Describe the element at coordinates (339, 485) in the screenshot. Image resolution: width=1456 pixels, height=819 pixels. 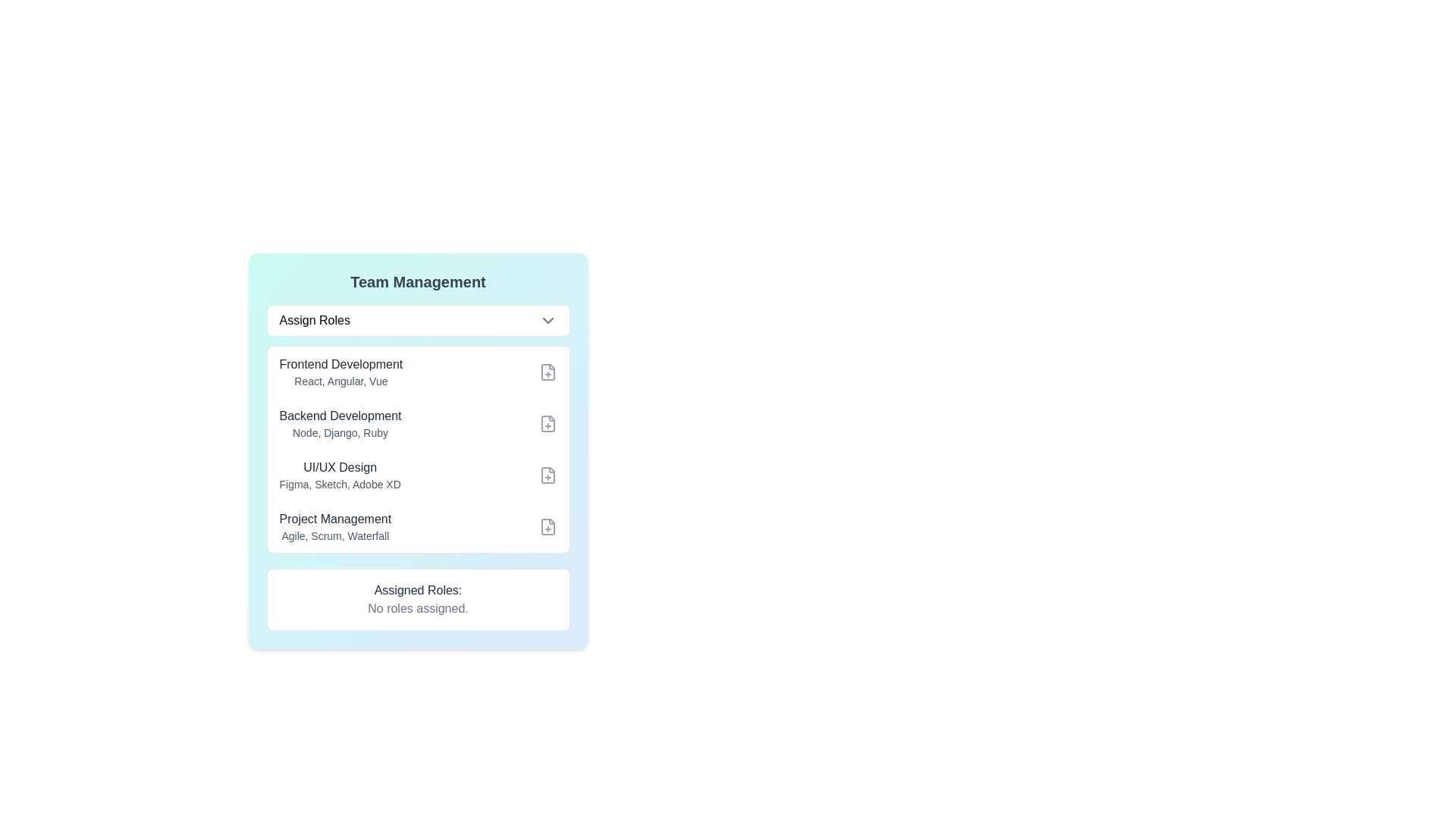
I see `the static text element that describes software tools associated with the 'UI/UX Design' category, located directly below 'UI/UX Design' in the Team Management section` at that location.